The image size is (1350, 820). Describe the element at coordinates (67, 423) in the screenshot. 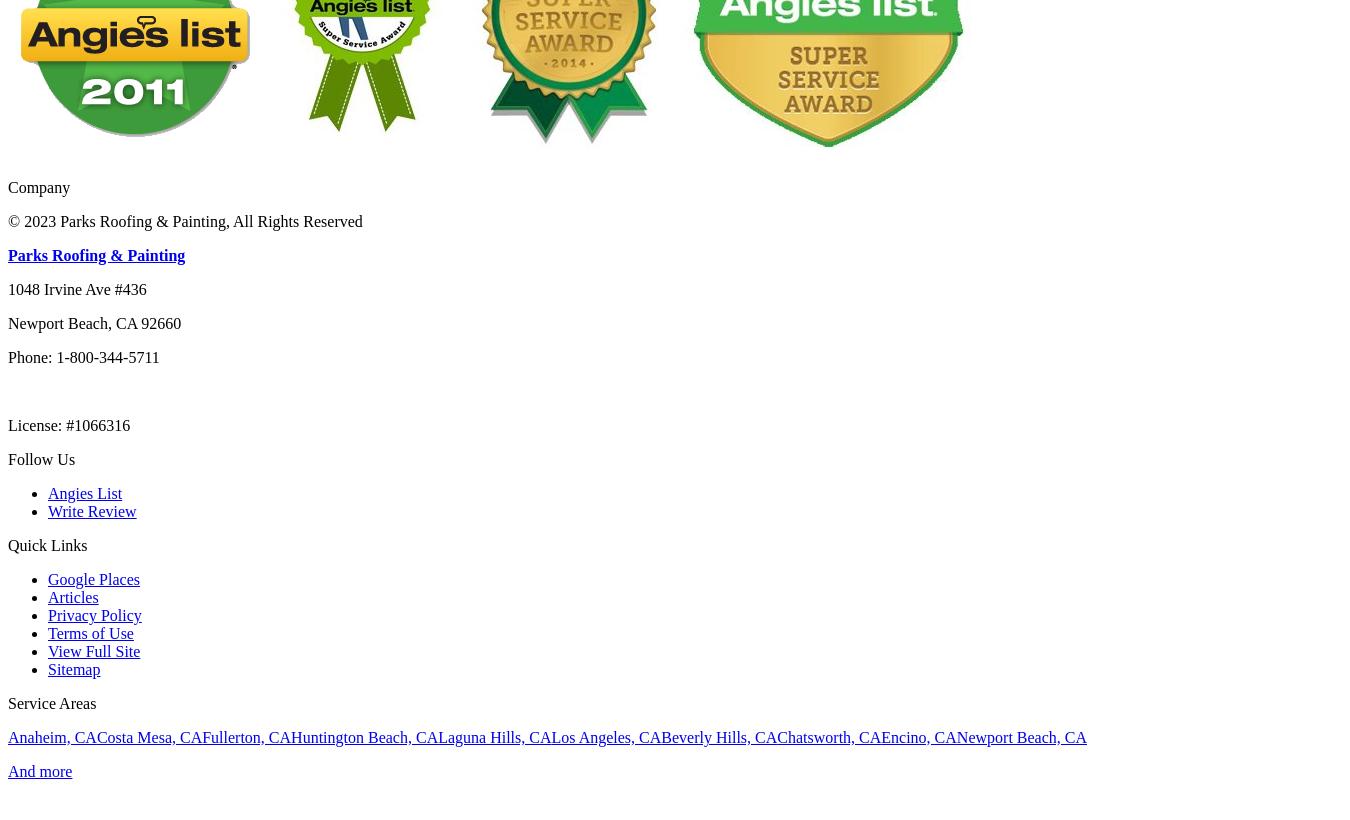

I see `'License: #1066316'` at that location.